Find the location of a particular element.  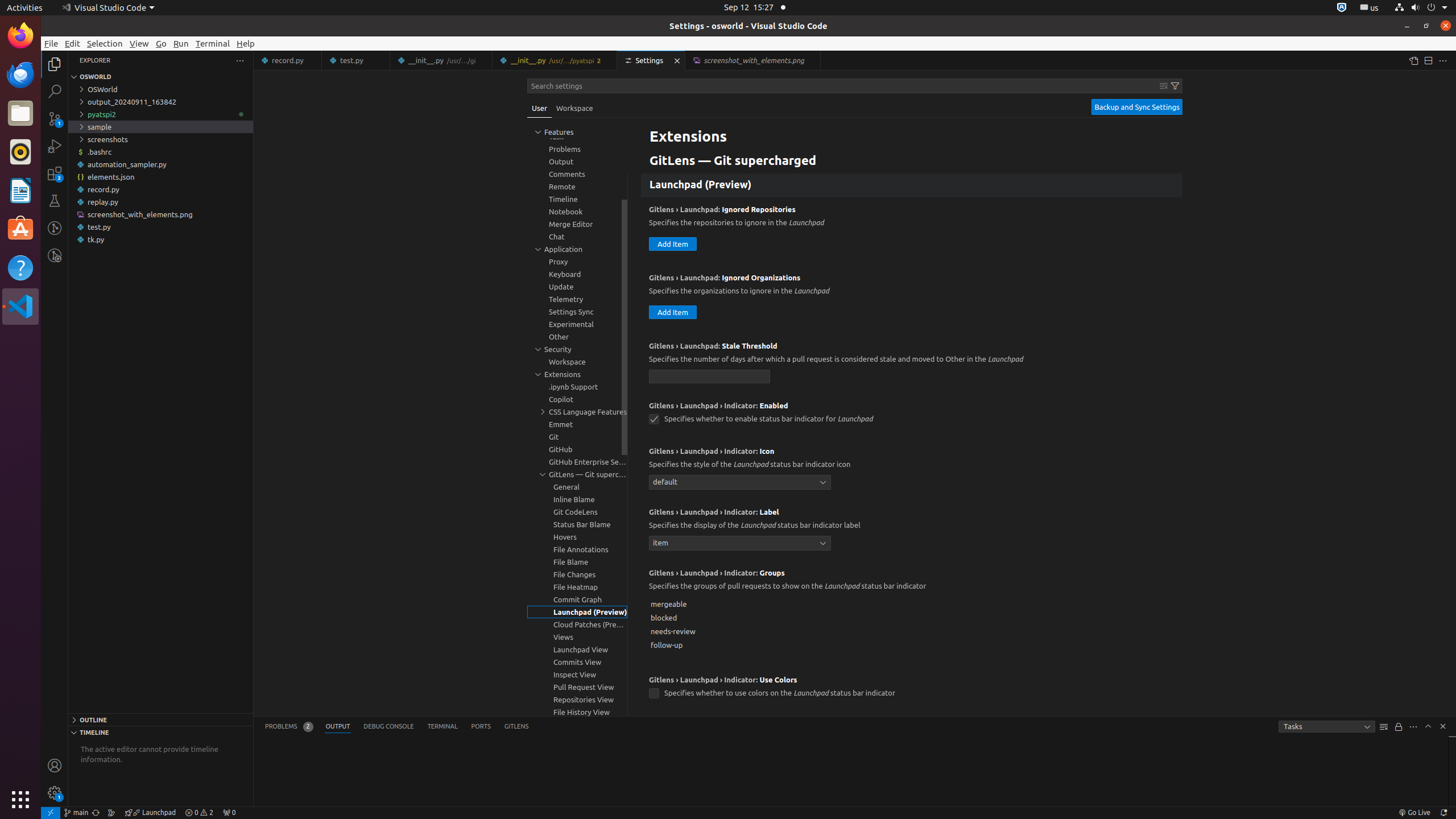

'GitHub Enterprise Server Authentication Provider, group' is located at coordinates (577, 461).